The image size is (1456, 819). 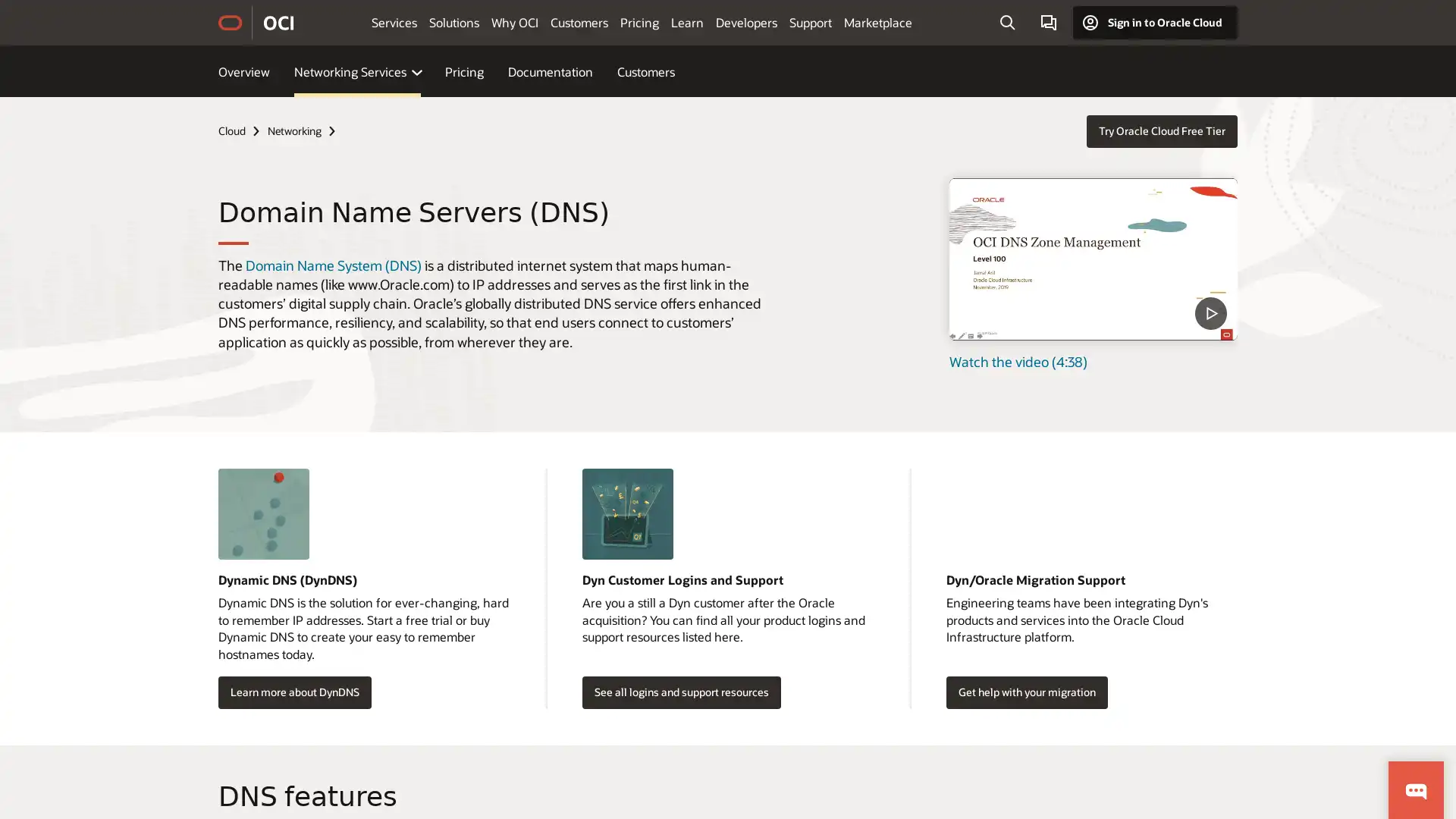 I want to click on Open Search Field, so click(x=1007, y=23).